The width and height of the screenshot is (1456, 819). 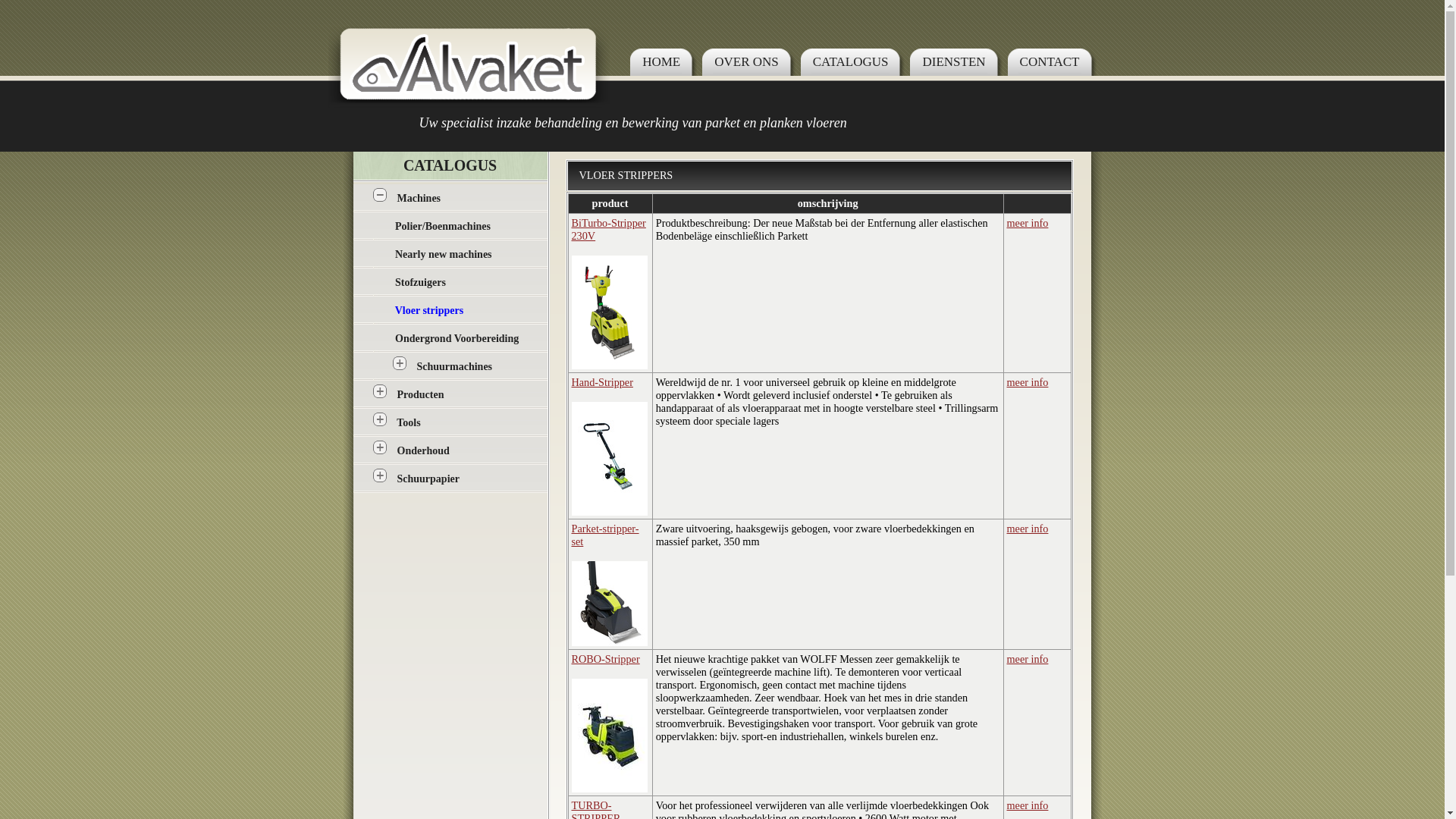 I want to click on 'ROBO-Stripper', so click(x=604, y=657).